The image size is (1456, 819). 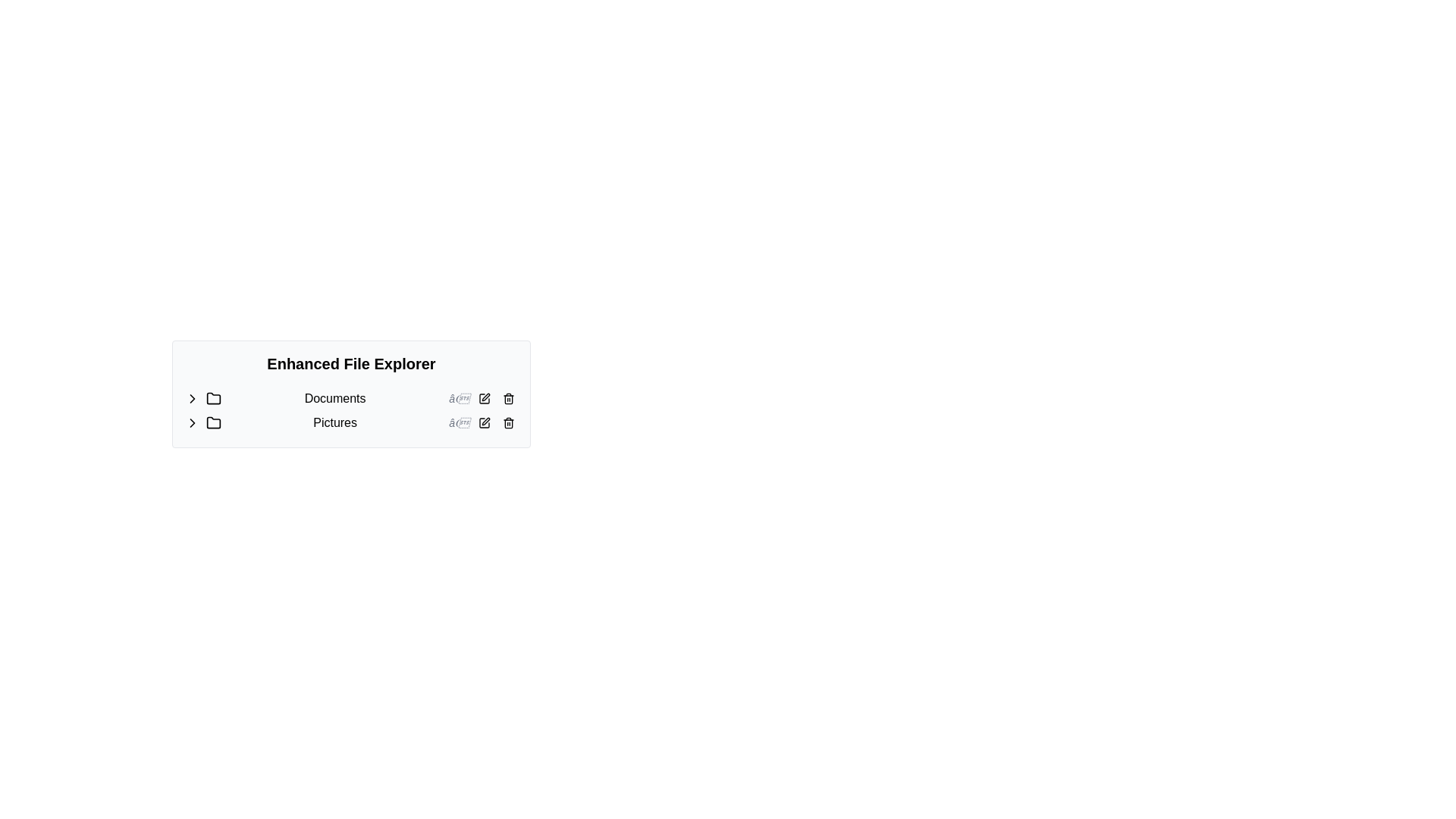 What do you see at coordinates (213, 422) in the screenshot?
I see `the folder icon representing the 'Pictures' folder in the file explorer interface, which is the second entry in the list` at bounding box center [213, 422].